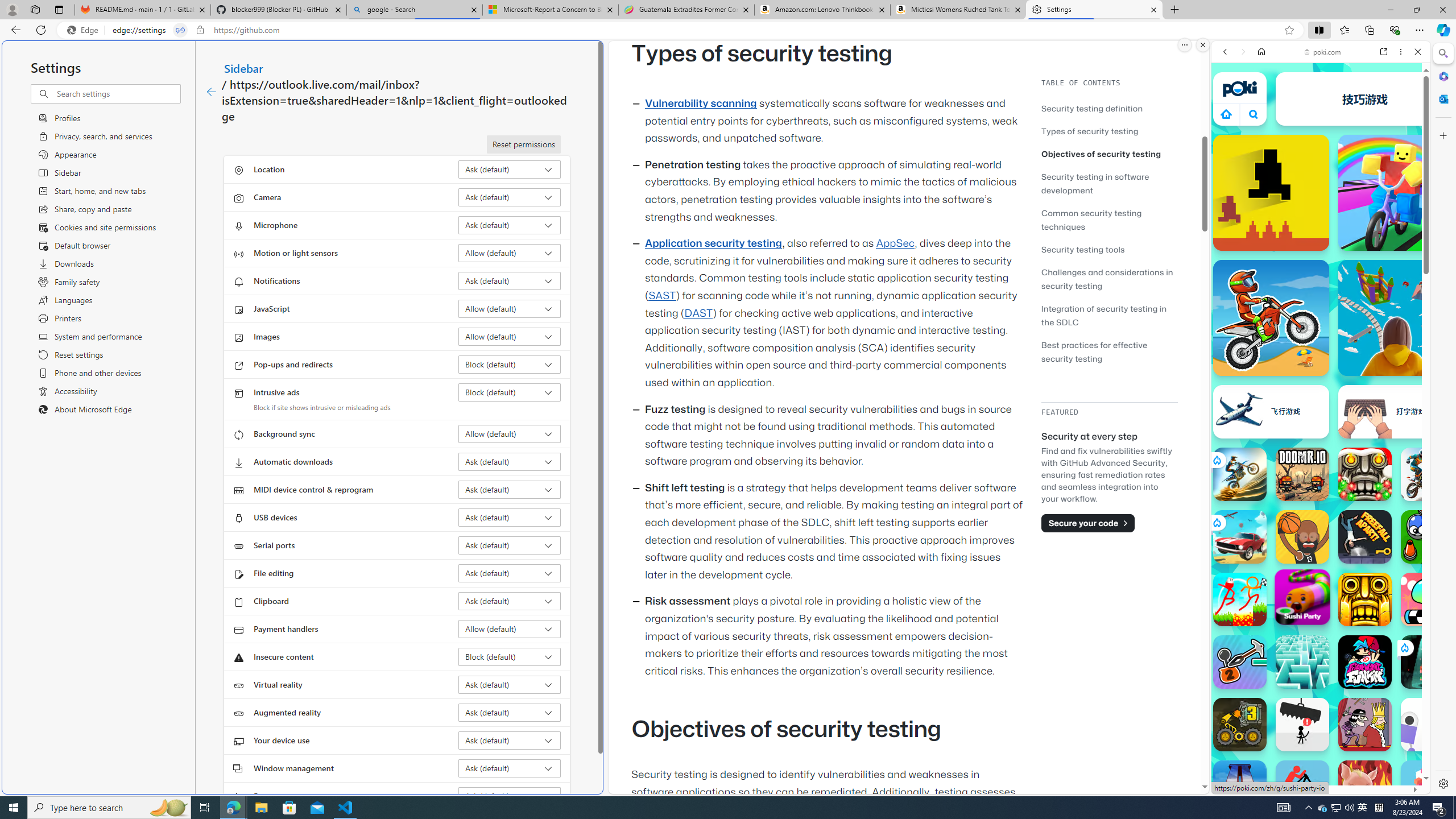 This screenshot has width=1456, height=819. Describe the element at coordinates (1319, 406) in the screenshot. I see `'Games for Girls'` at that location.